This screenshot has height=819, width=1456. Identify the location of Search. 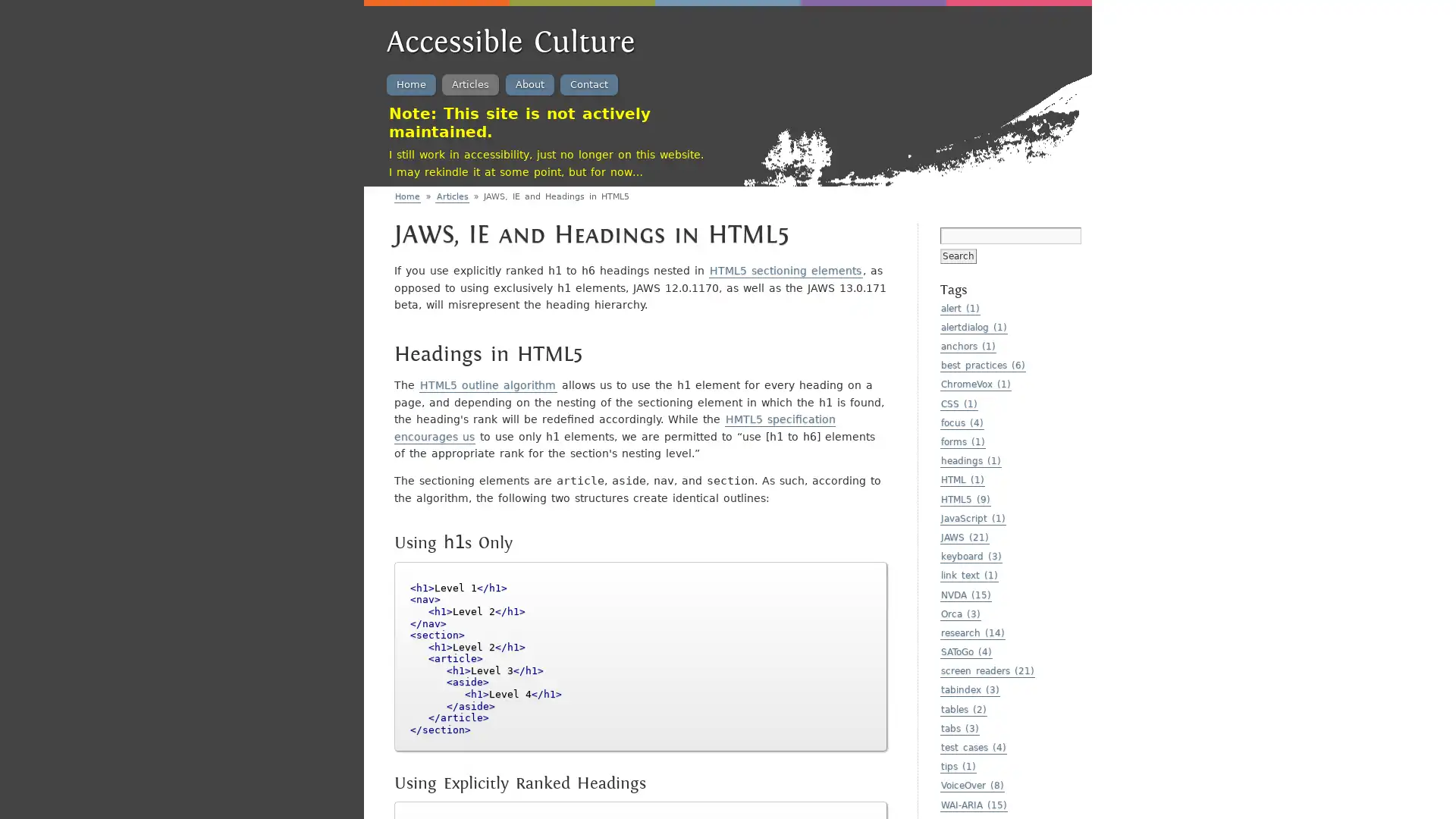
(957, 256).